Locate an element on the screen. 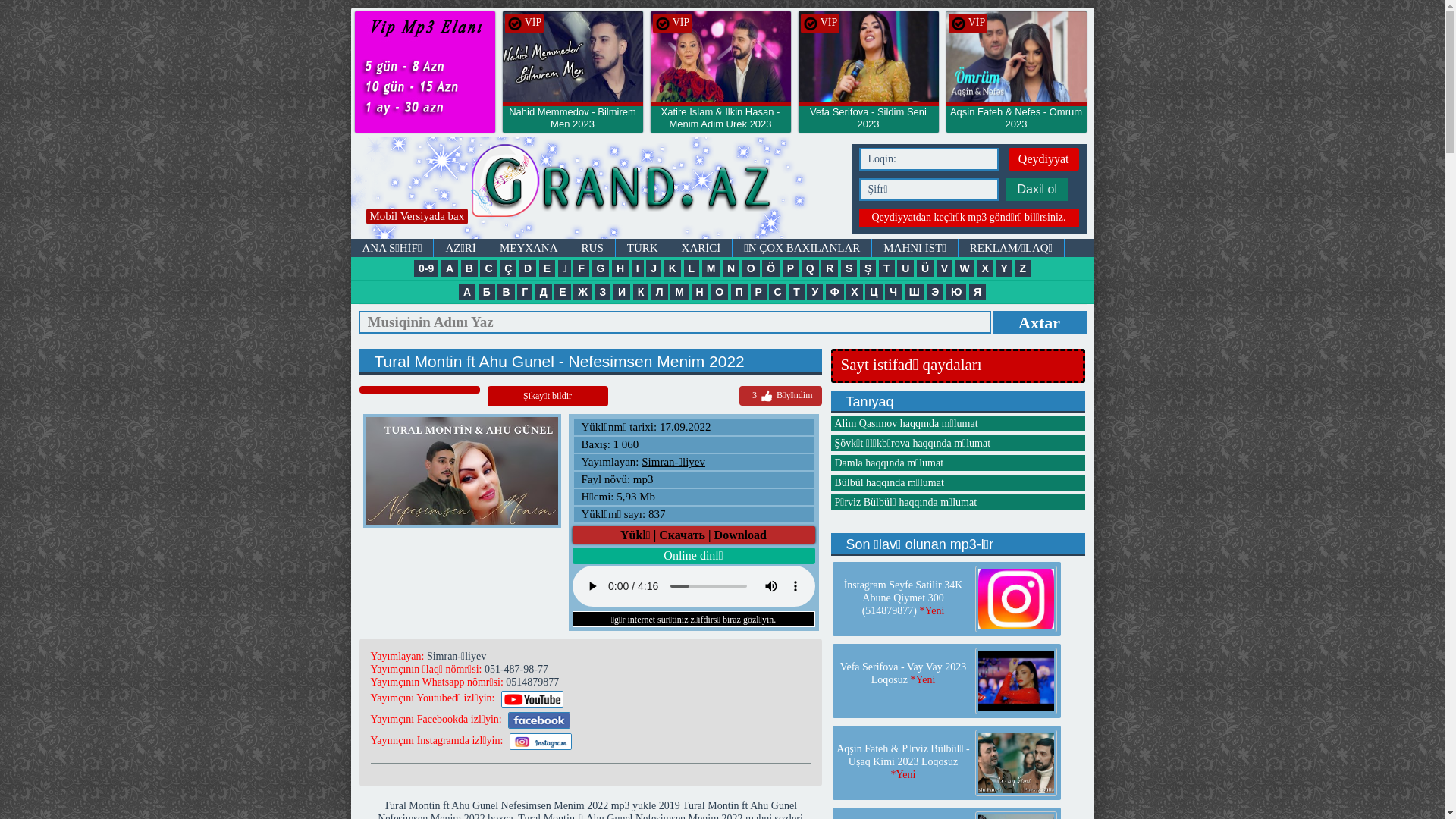  'Vefa Serifova - Sildim Seni 2023 is located at coordinates (868, 124).